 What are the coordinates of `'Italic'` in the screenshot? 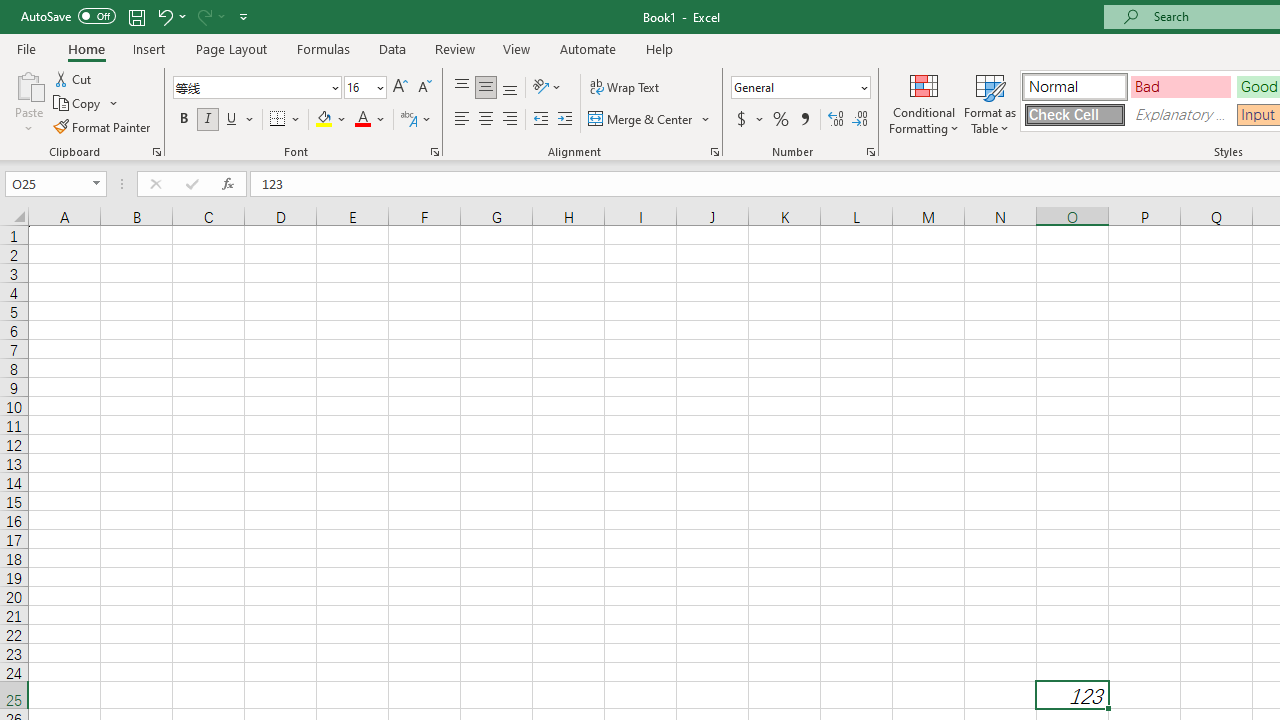 It's located at (208, 119).